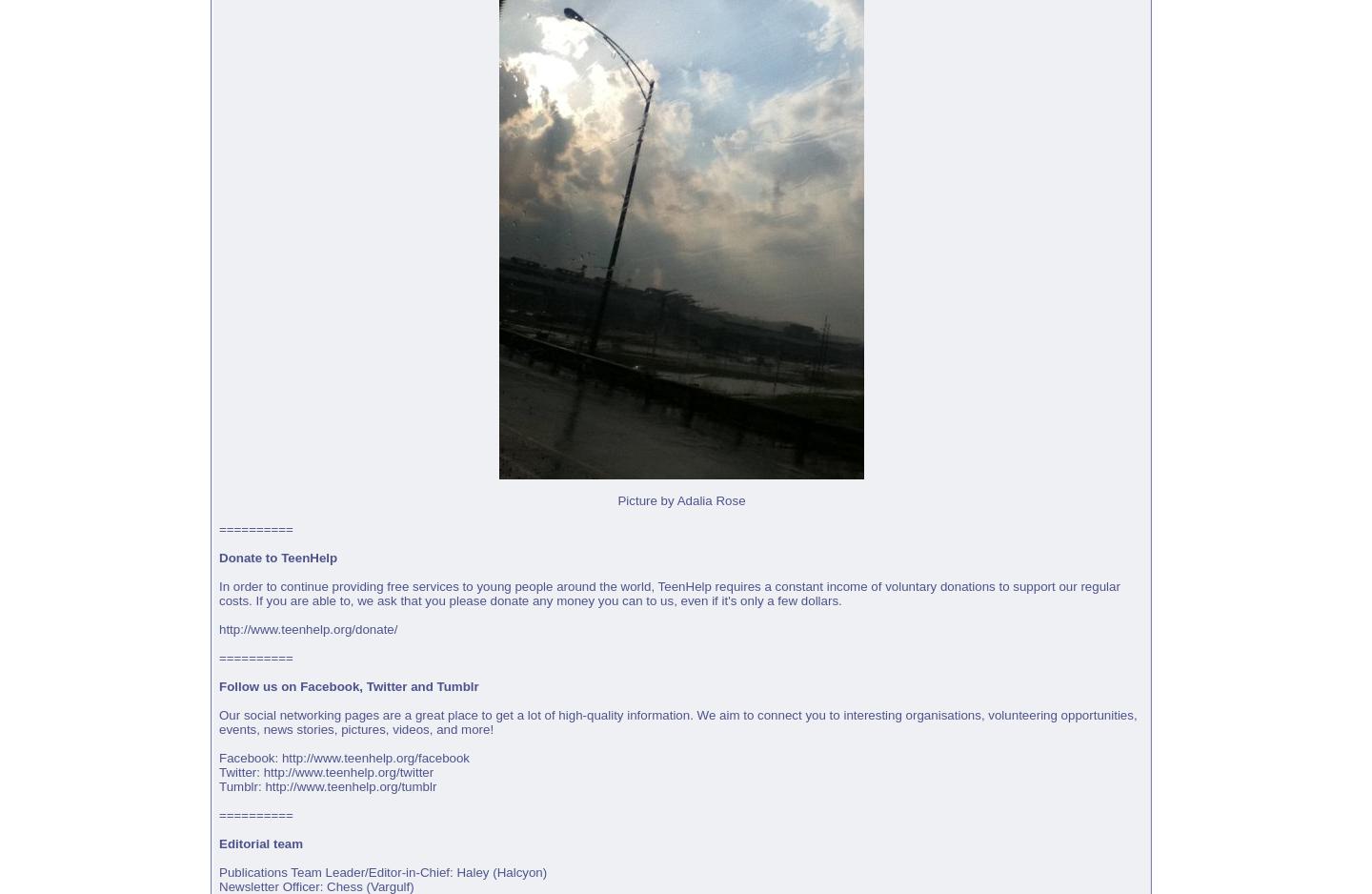  What do you see at coordinates (240, 772) in the screenshot?
I see `'Twitter:'` at bounding box center [240, 772].